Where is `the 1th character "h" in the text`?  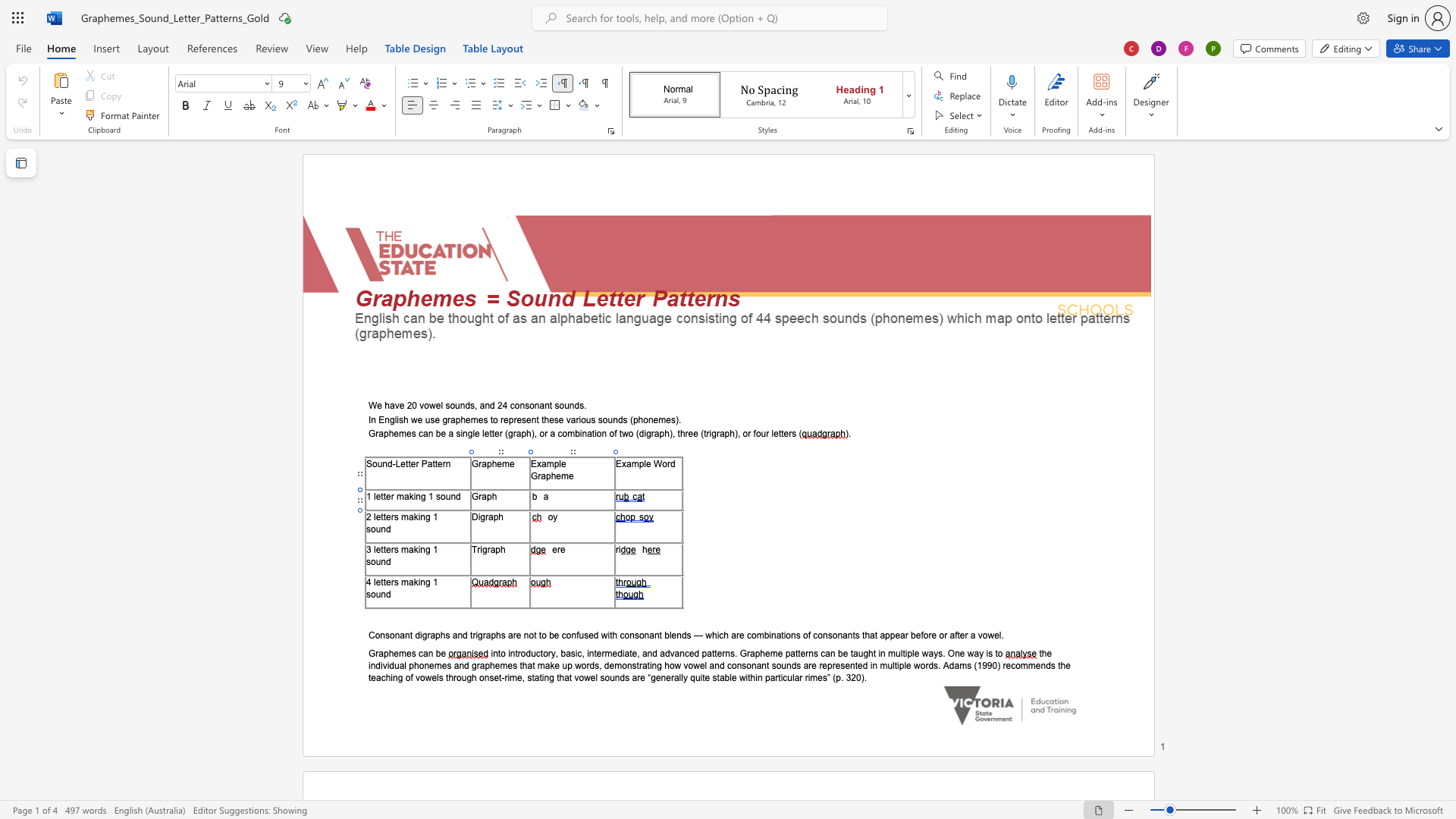
the 1th character "h" in the text is located at coordinates (500, 516).